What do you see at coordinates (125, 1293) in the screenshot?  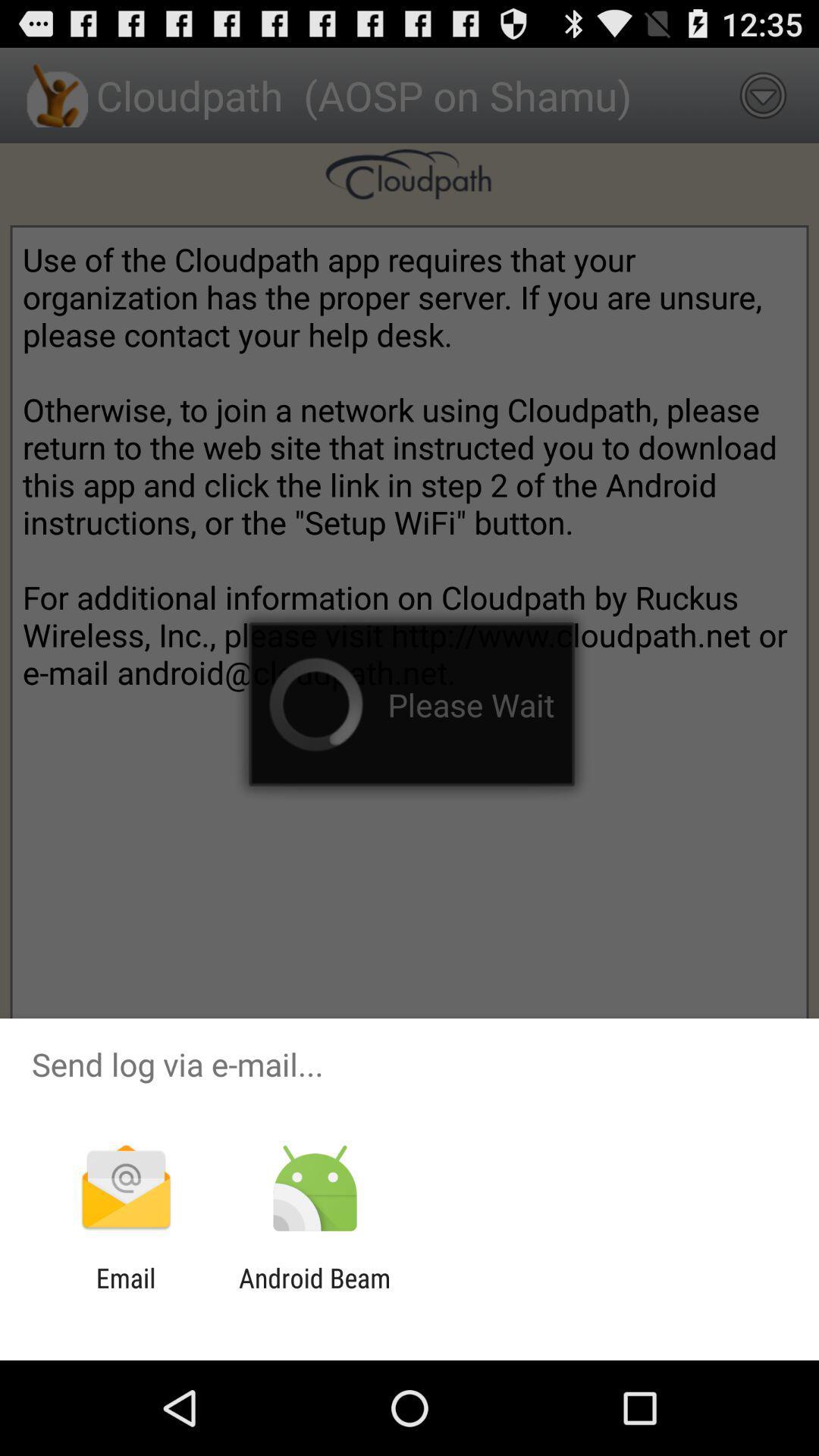 I see `email` at bounding box center [125, 1293].